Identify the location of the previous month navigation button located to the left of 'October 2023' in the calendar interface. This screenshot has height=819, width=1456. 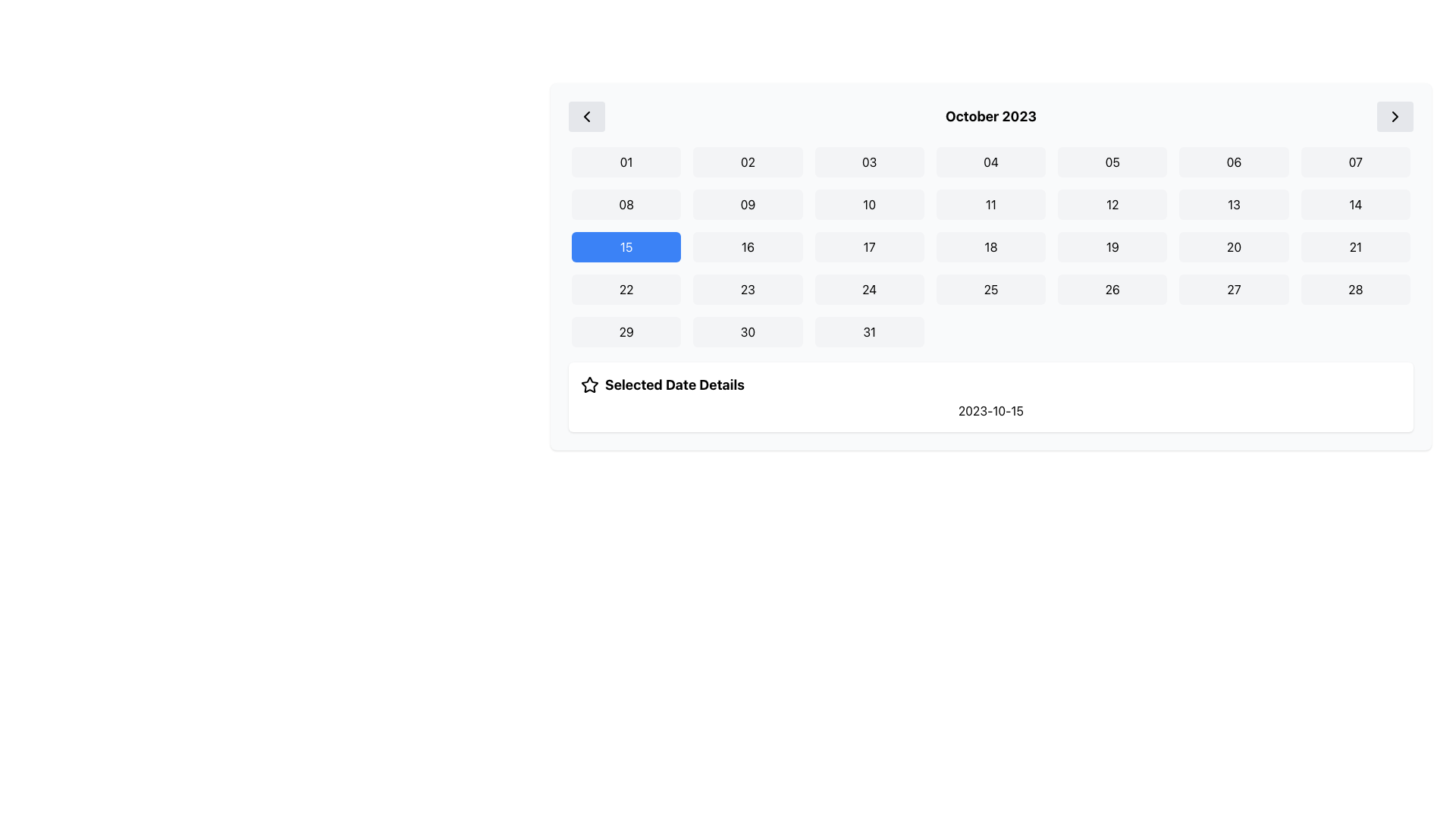
(585, 116).